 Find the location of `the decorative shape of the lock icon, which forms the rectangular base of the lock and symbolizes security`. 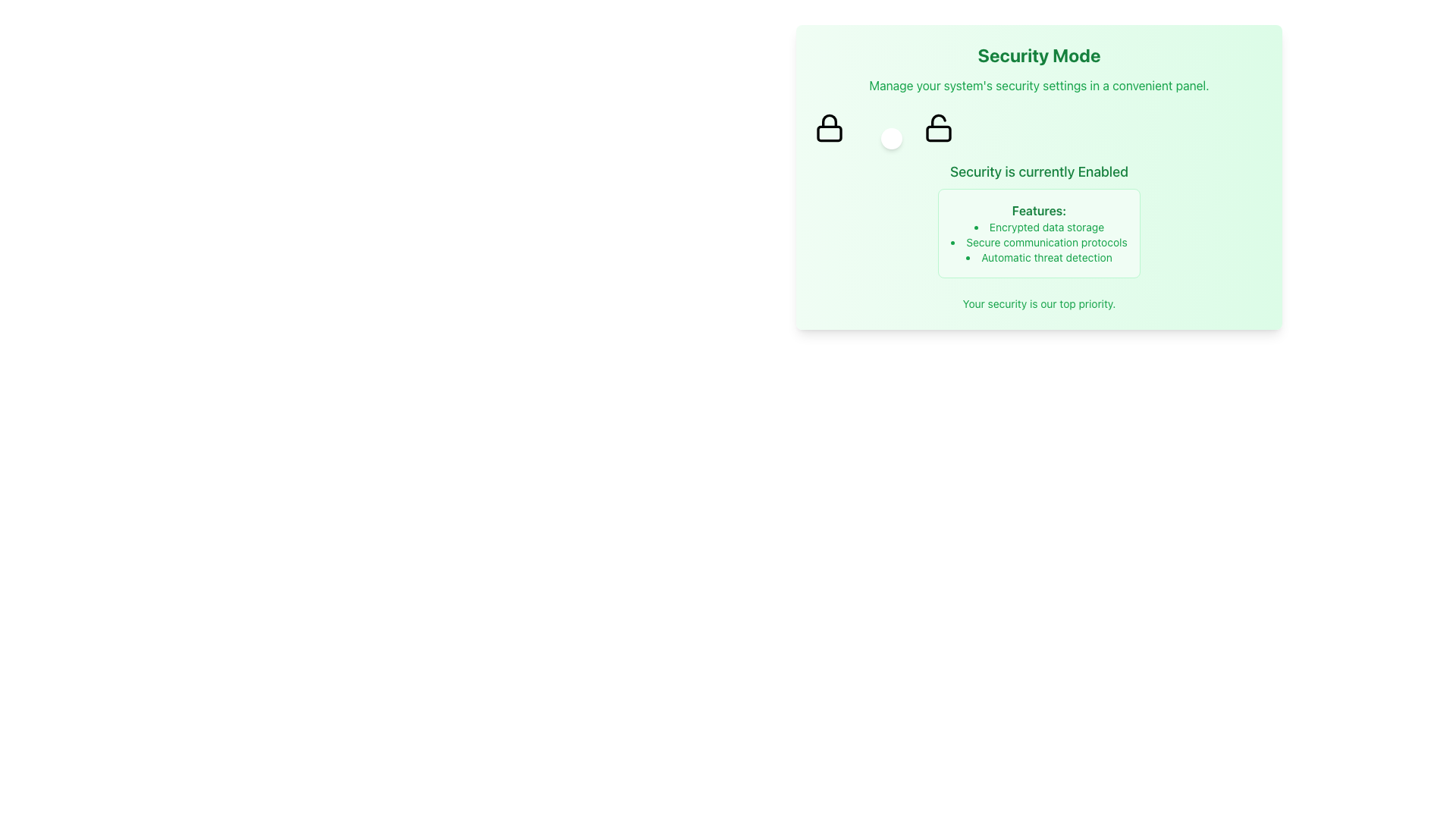

the decorative shape of the lock icon, which forms the rectangular base of the lock and symbolizes security is located at coordinates (829, 133).